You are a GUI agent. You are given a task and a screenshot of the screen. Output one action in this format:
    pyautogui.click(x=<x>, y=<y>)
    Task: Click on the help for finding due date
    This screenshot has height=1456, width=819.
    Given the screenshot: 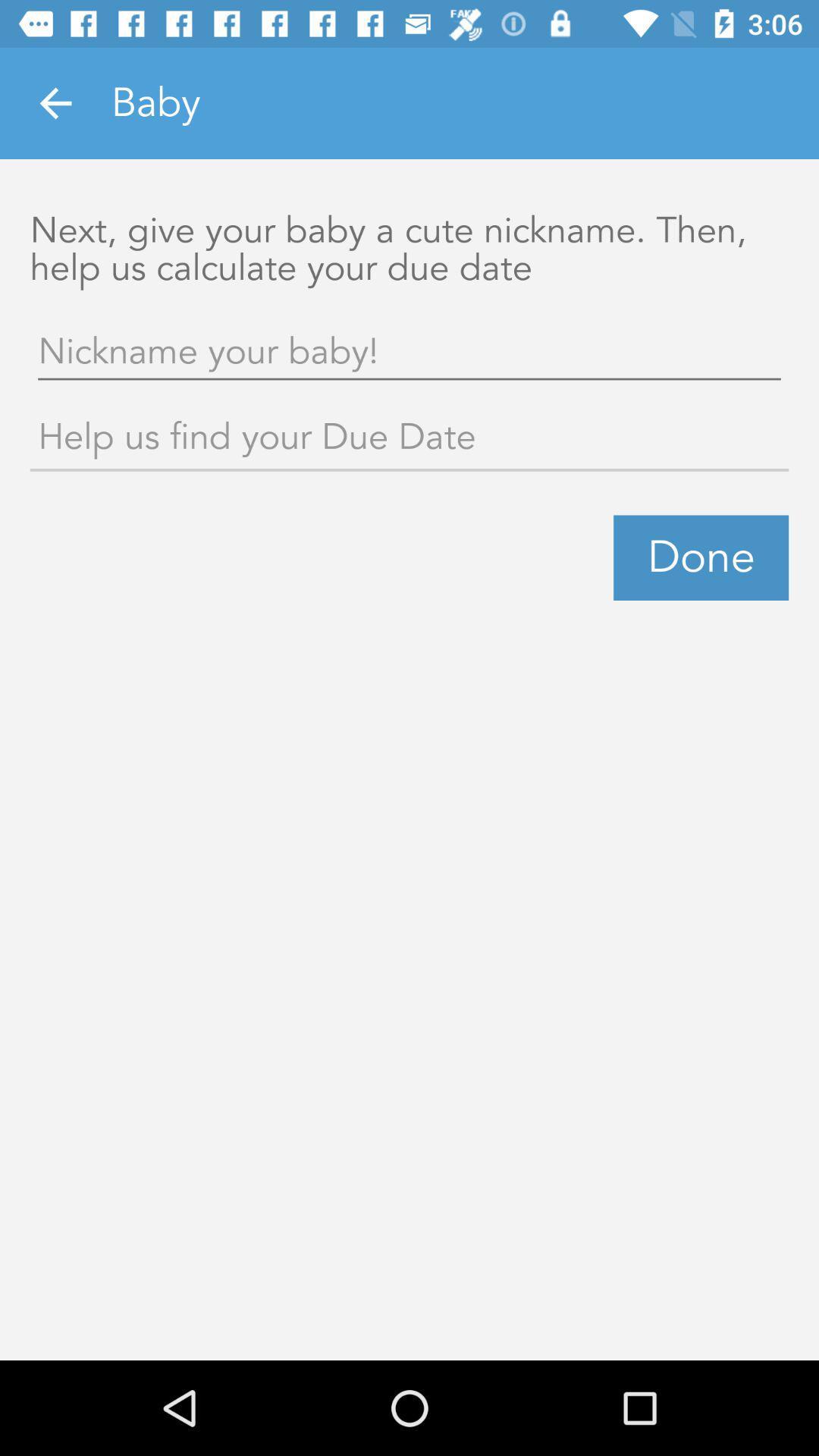 What is the action you would take?
    pyautogui.click(x=409, y=439)
    